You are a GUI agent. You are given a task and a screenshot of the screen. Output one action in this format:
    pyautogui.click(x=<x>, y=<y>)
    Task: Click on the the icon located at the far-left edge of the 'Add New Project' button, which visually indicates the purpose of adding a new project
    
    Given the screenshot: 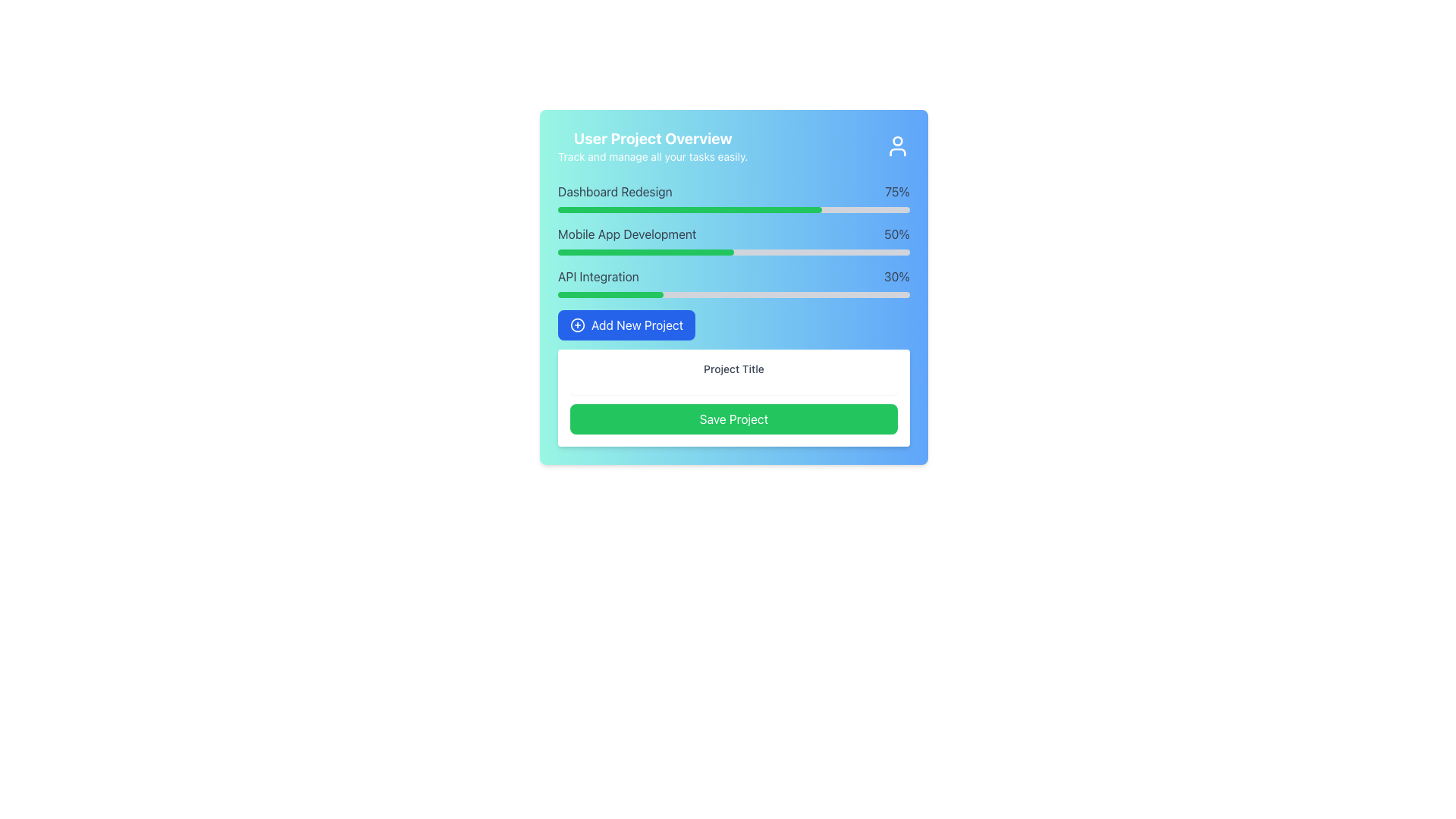 What is the action you would take?
    pyautogui.click(x=577, y=324)
    